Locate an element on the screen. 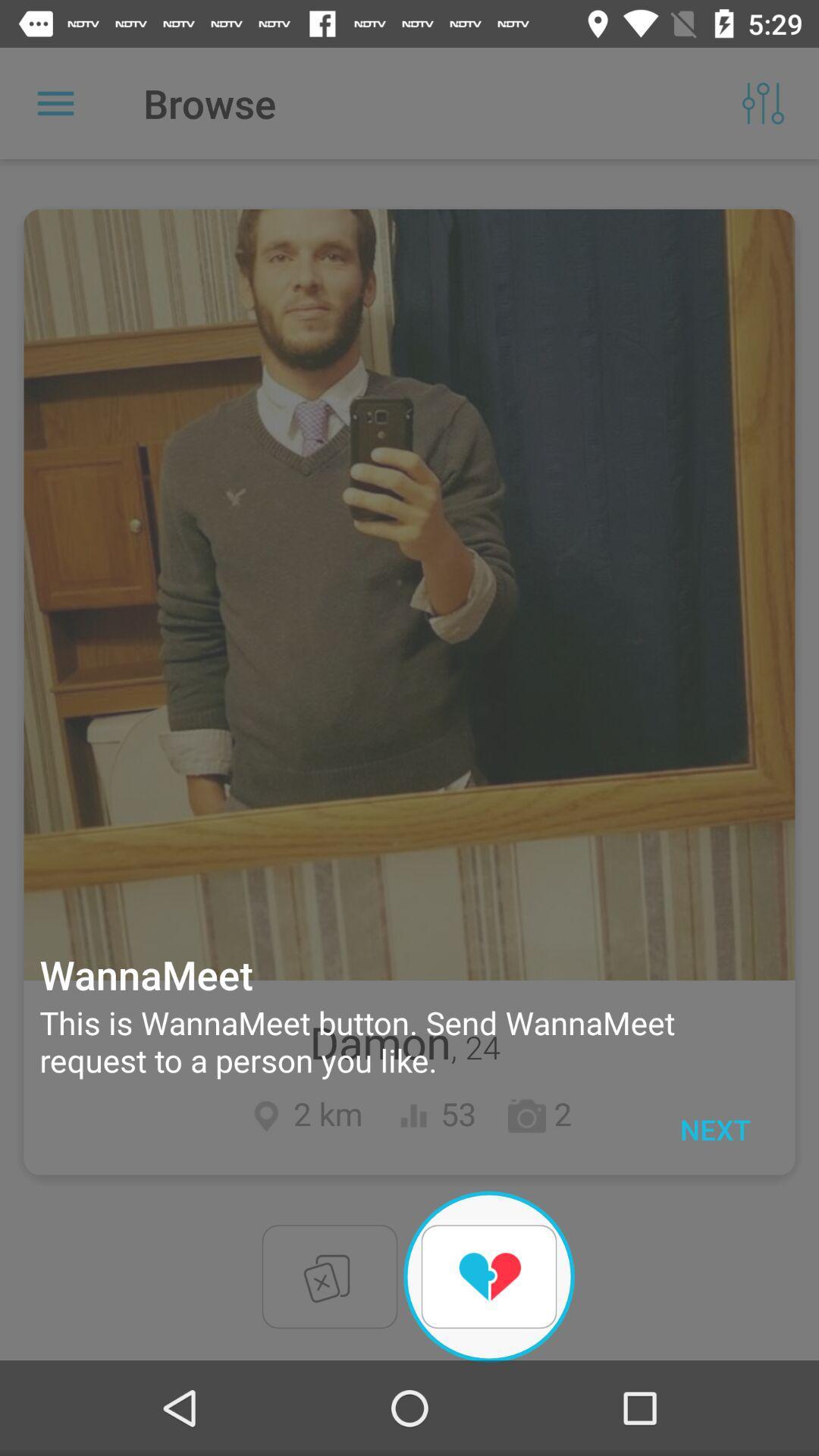 The height and width of the screenshot is (1456, 819). the favorite icon is located at coordinates (488, 1276).